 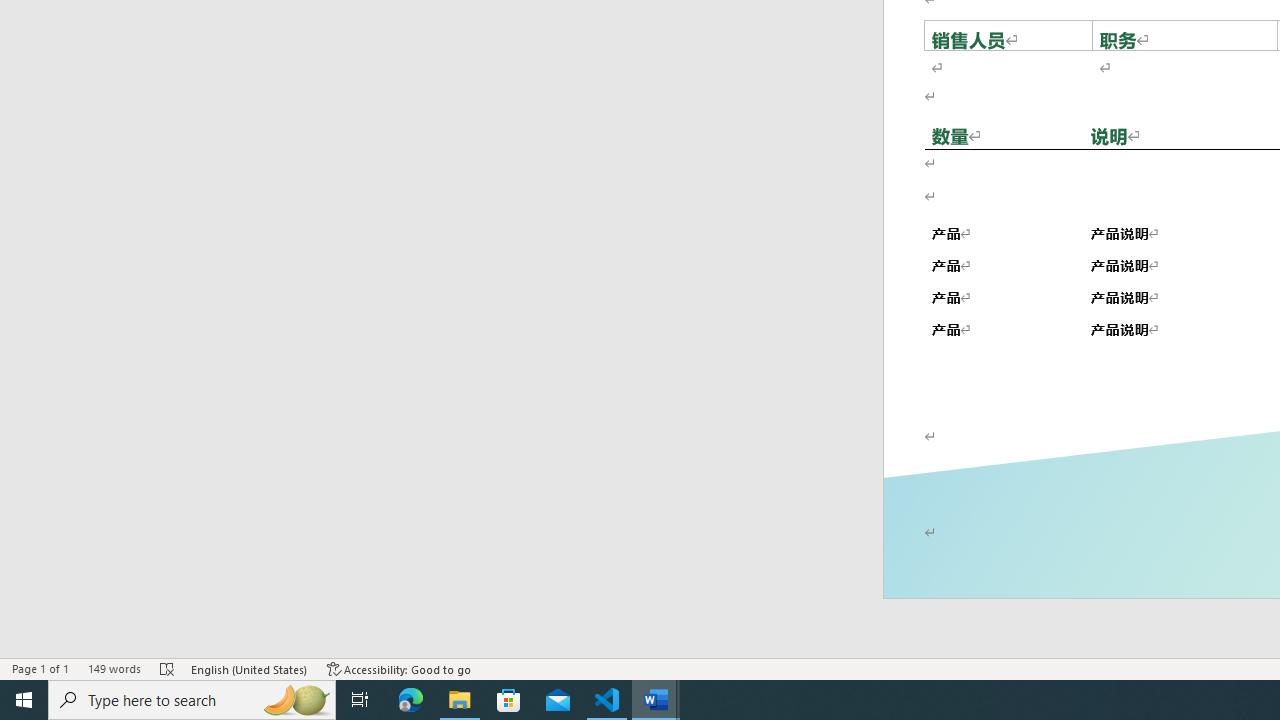 I want to click on 'Page Number Page 1 of 1', so click(x=40, y=669).